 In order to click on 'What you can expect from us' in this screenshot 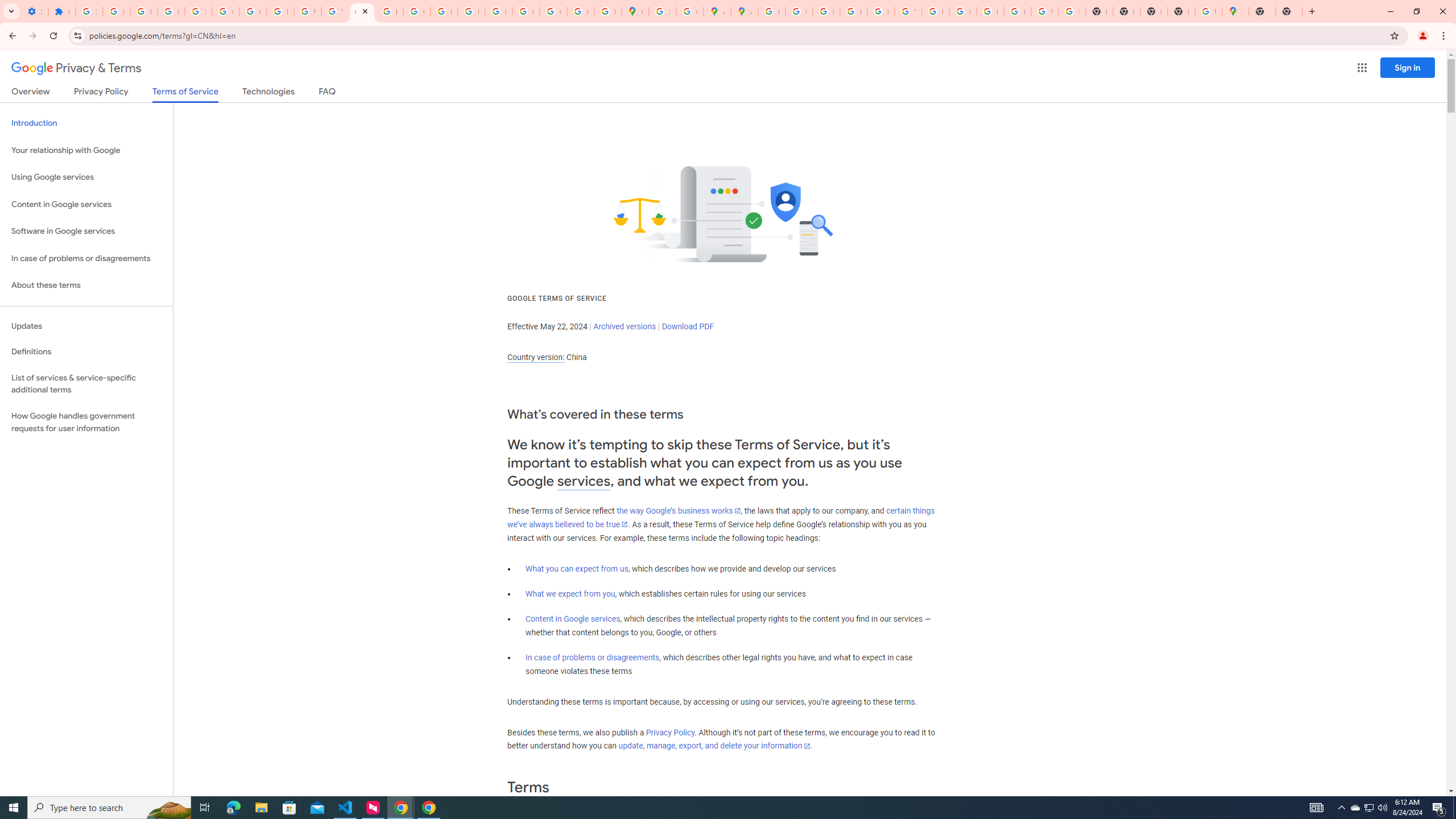, I will do `click(577, 568)`.